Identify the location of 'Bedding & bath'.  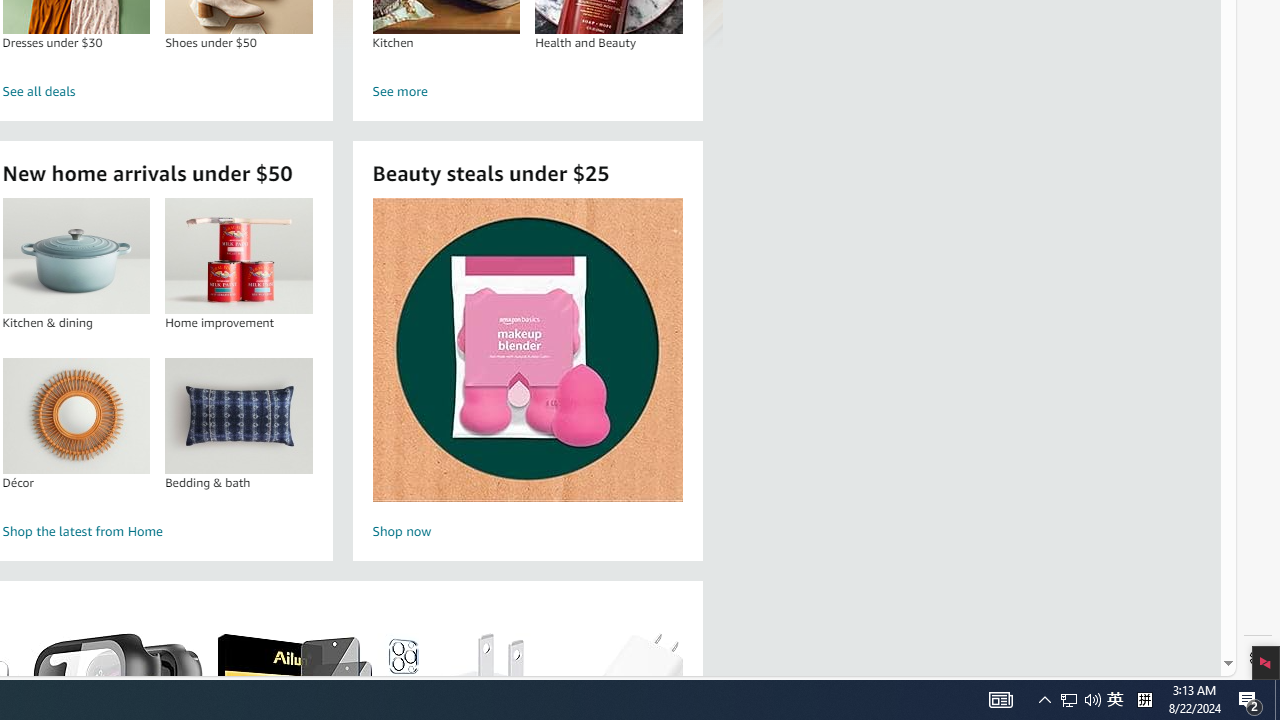
(239, 414).